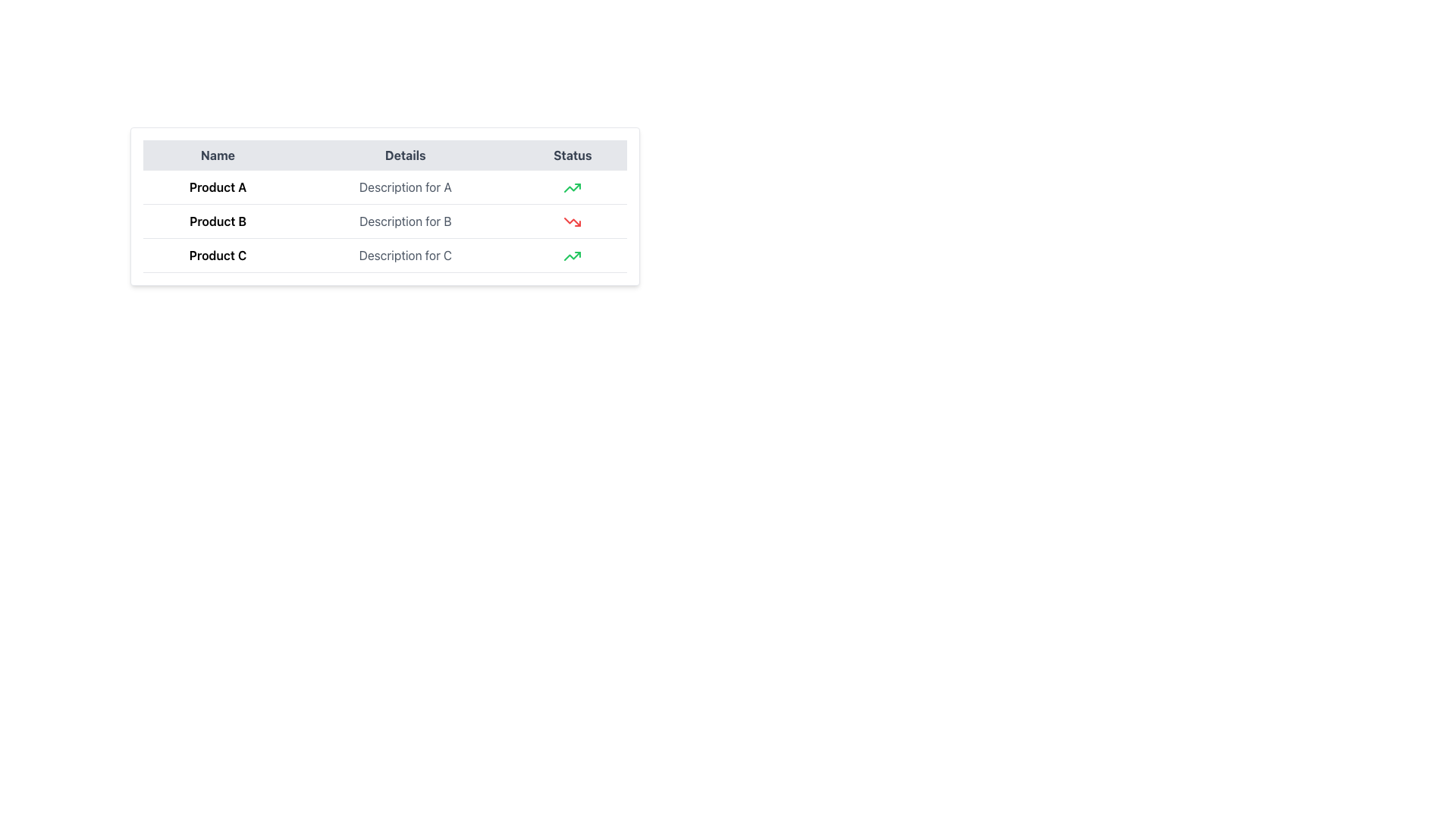 The width and height of the screenshot is (1456, 819). I want to click on the upward trend icon in the 'Status' column of the row labeled 'Product C', so click(572, 187).